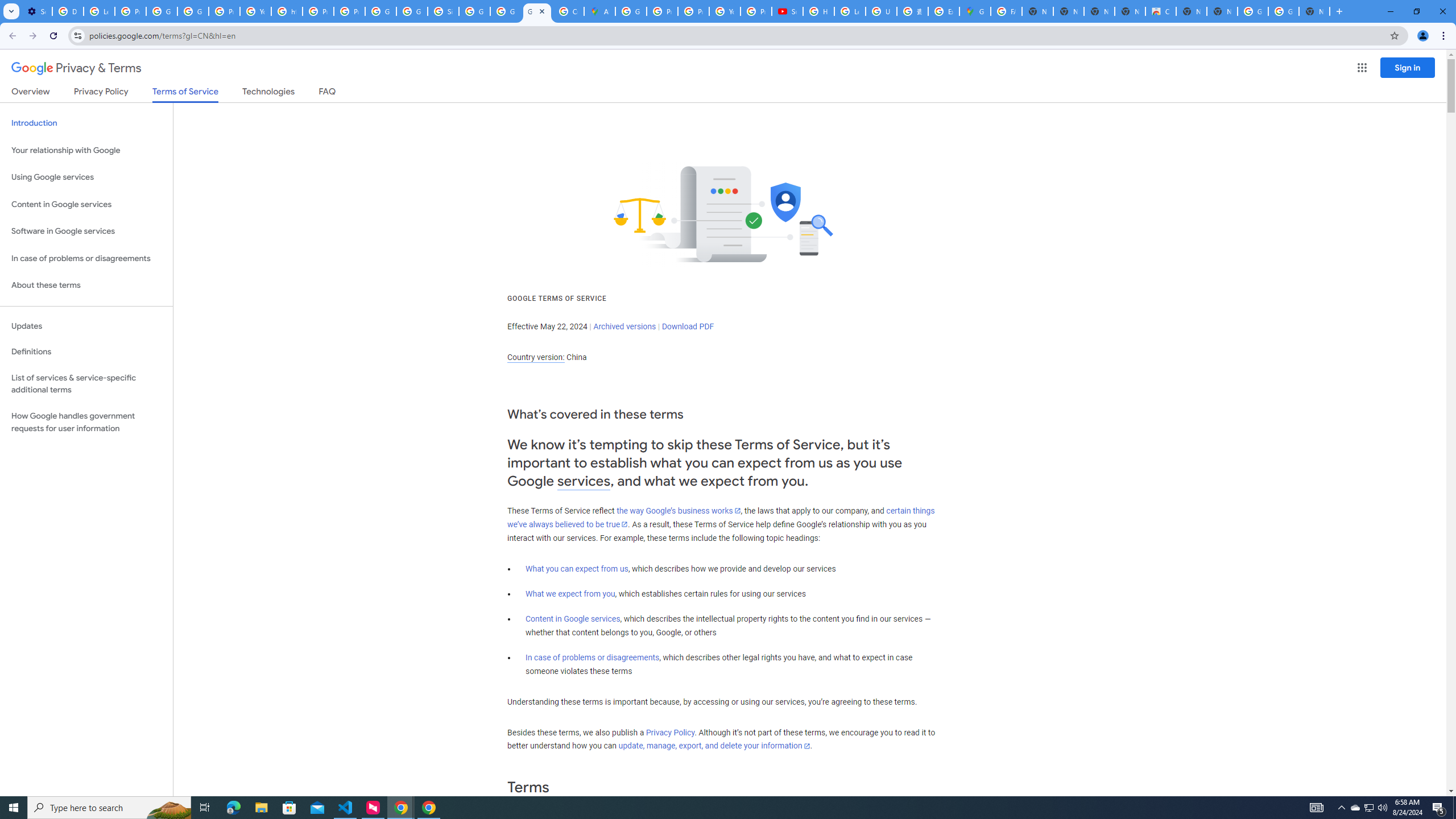 The height and width of the screenshot is (819, 1456). What do you see at coordinates (36, 11) in the screenshot?
I see `'Settings - On startup'` at bounding box center [36, 11].